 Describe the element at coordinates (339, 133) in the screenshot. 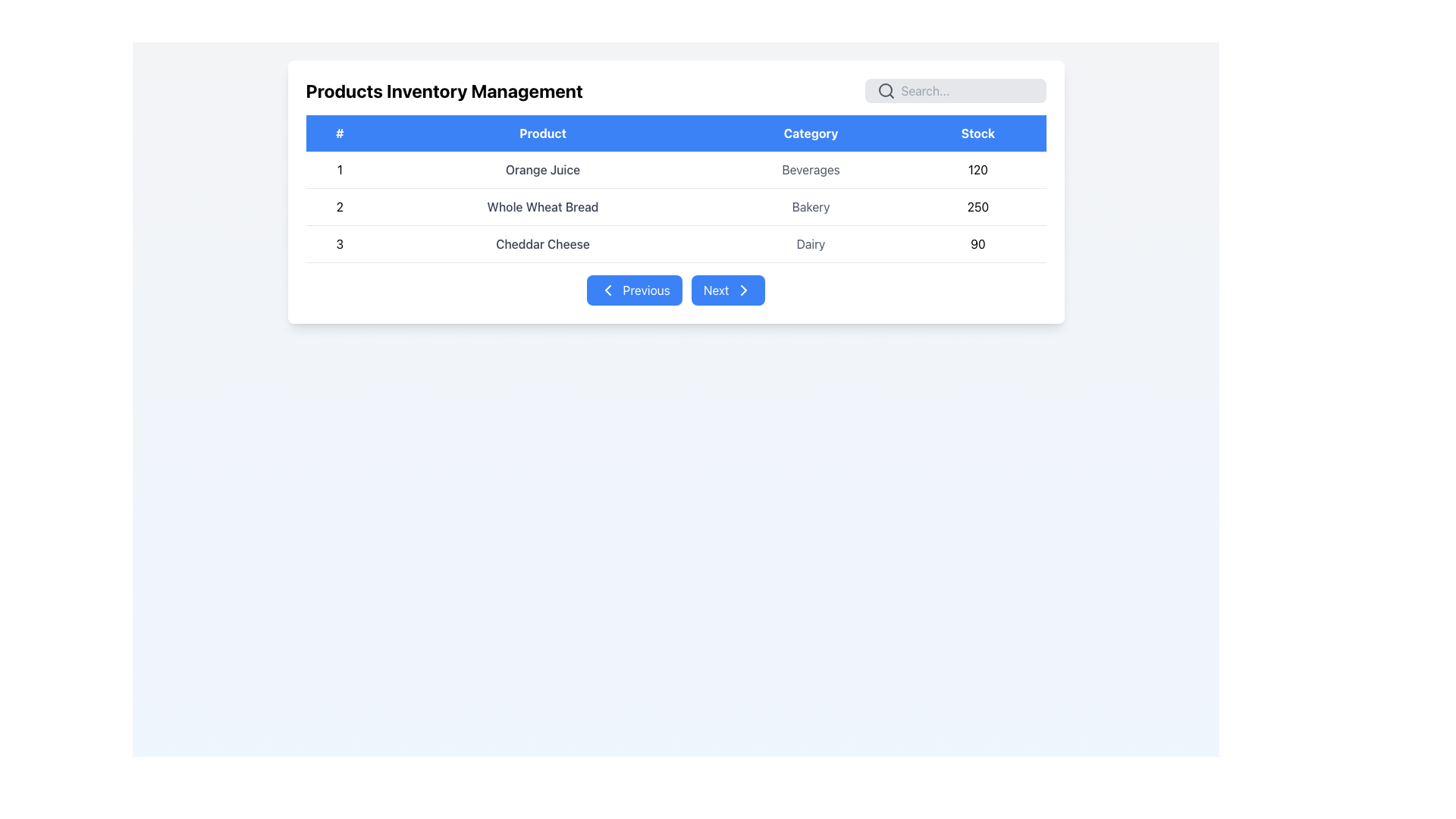

I see `the table header cell that indicates row numbers or unique identifiers for each entry, located at the top-left corner of the table` at that location.